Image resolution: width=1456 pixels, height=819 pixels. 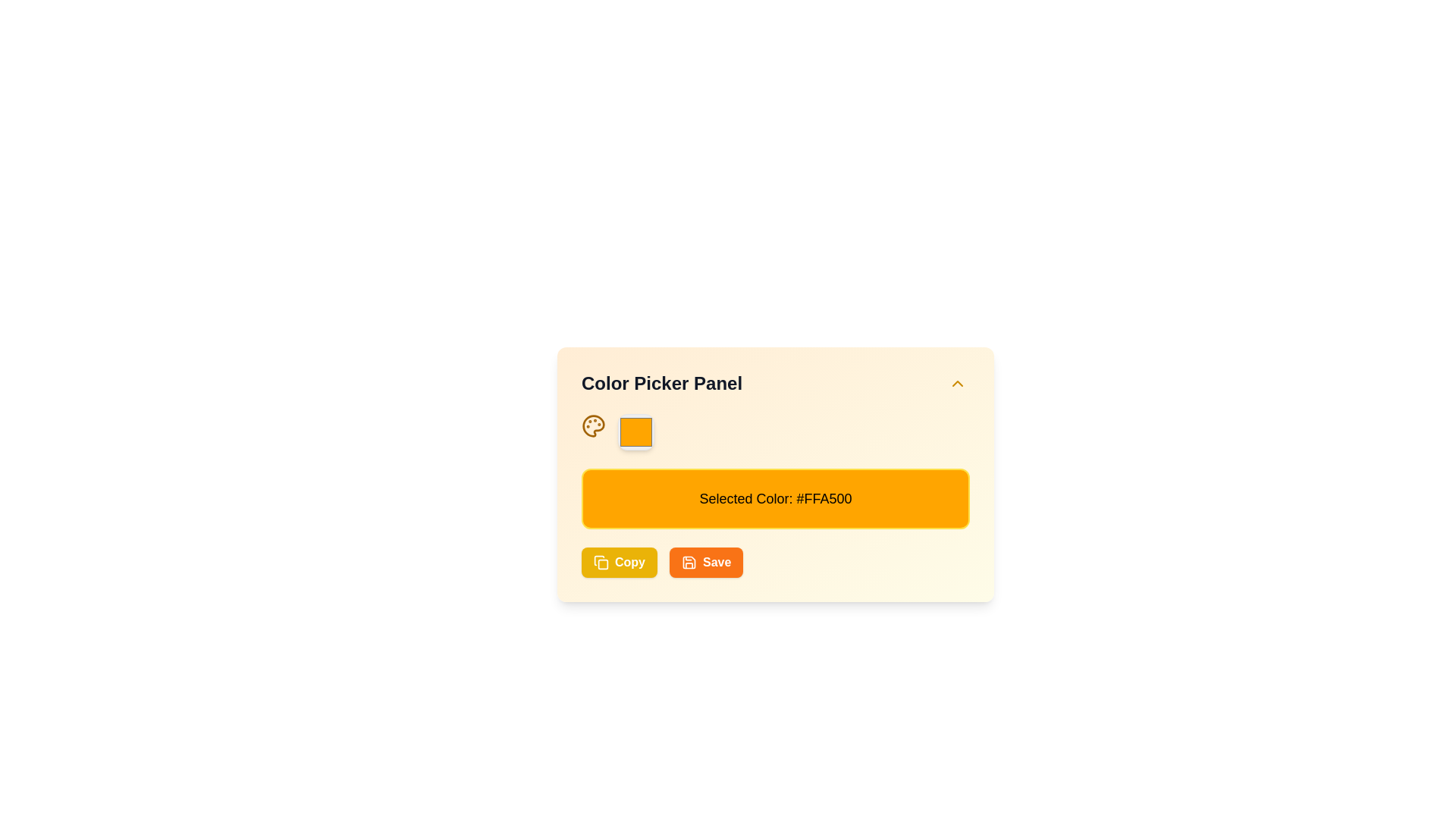 I want to click on the palette icon located at the top-left corner of the Color Picker Panel, so click(x=592, y=426).